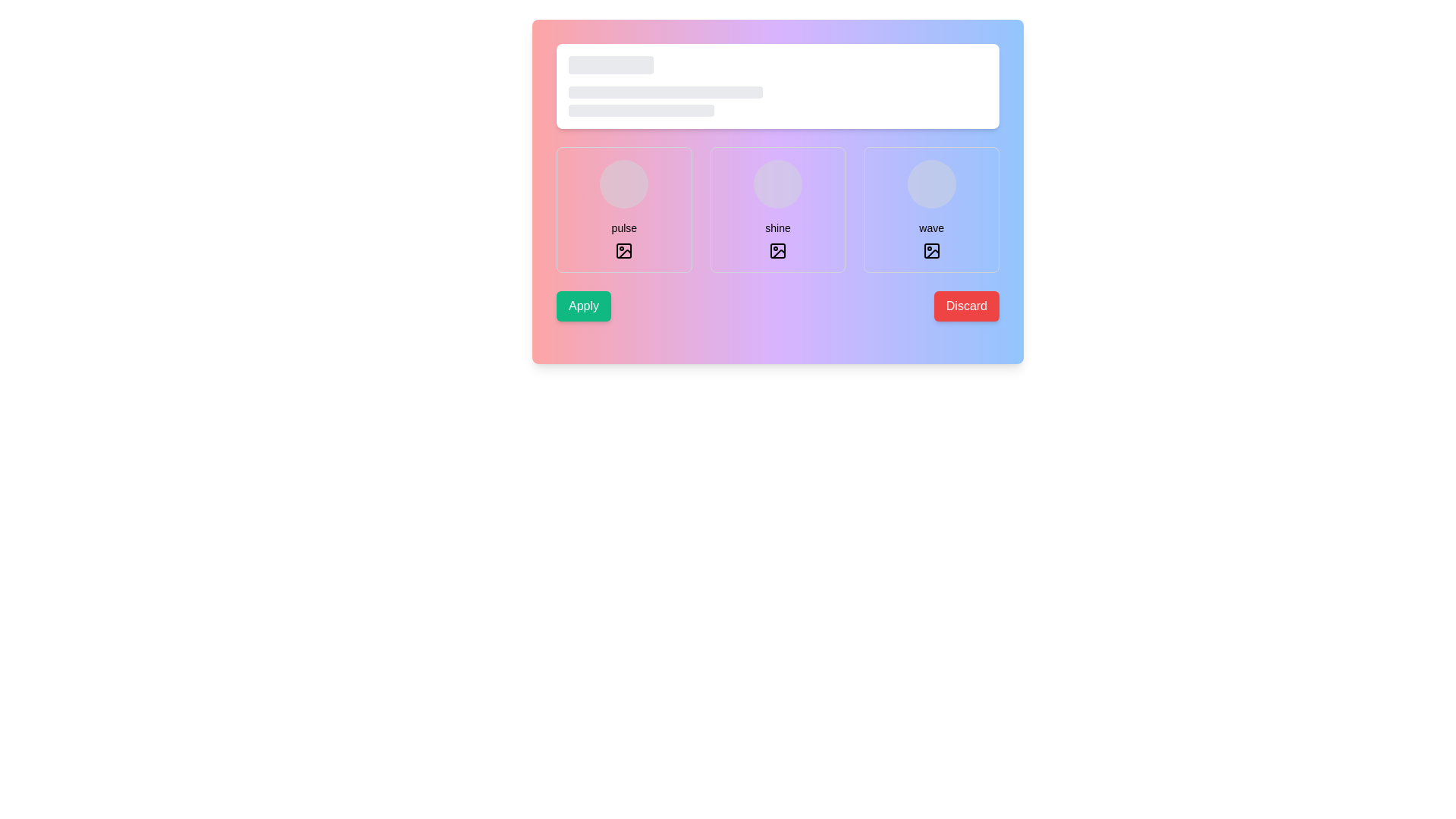 Image resolution: width=1456 pixels, height=819 pixels. Describe the element at coordinates (778, 250) in the screenshot. I see `the topmost rectangular SVG shape with rounded corners, which is part of an image placeholder icon labeled 'shine'` at that location.